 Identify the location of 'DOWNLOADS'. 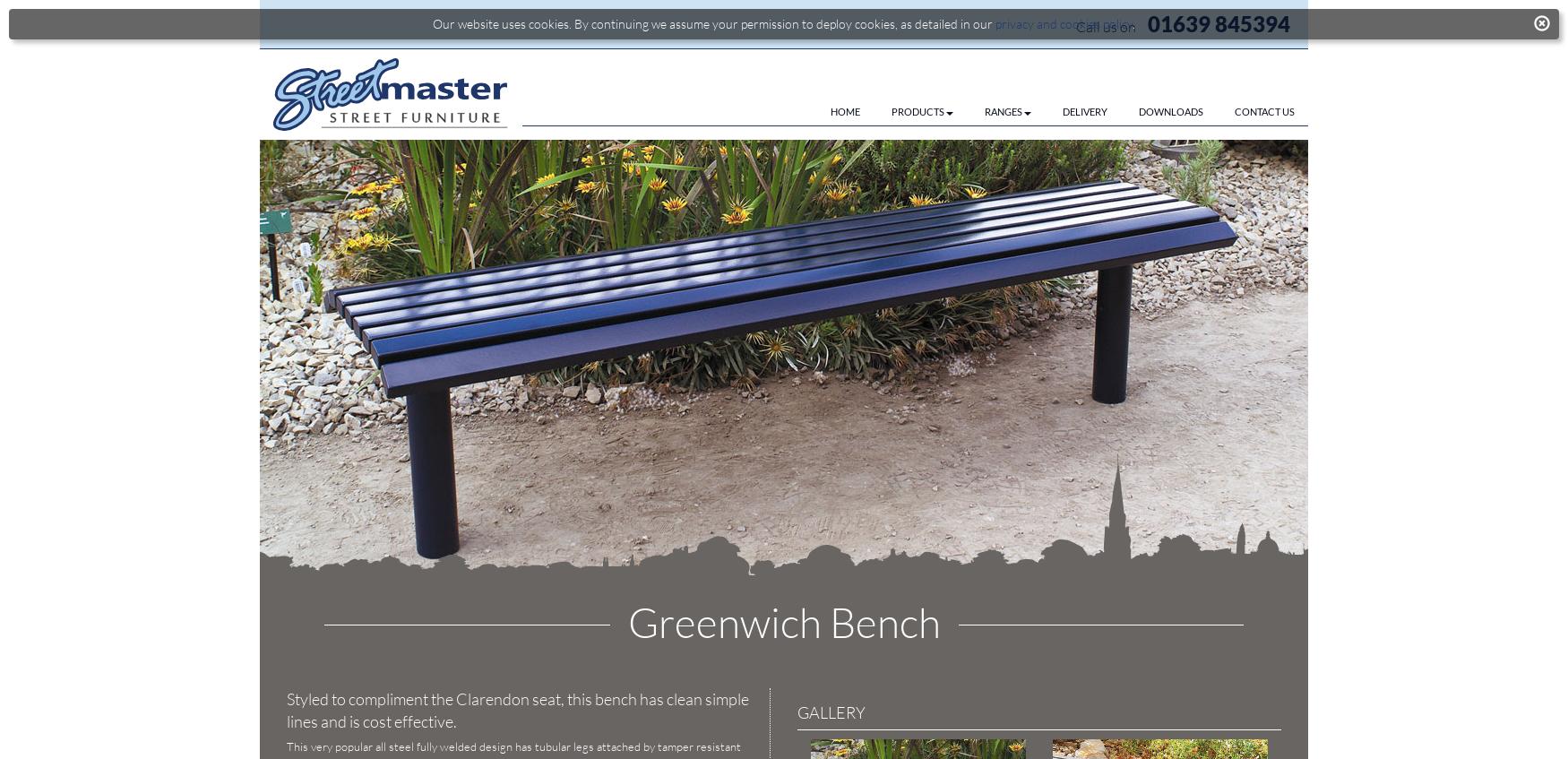
(1138, 110).